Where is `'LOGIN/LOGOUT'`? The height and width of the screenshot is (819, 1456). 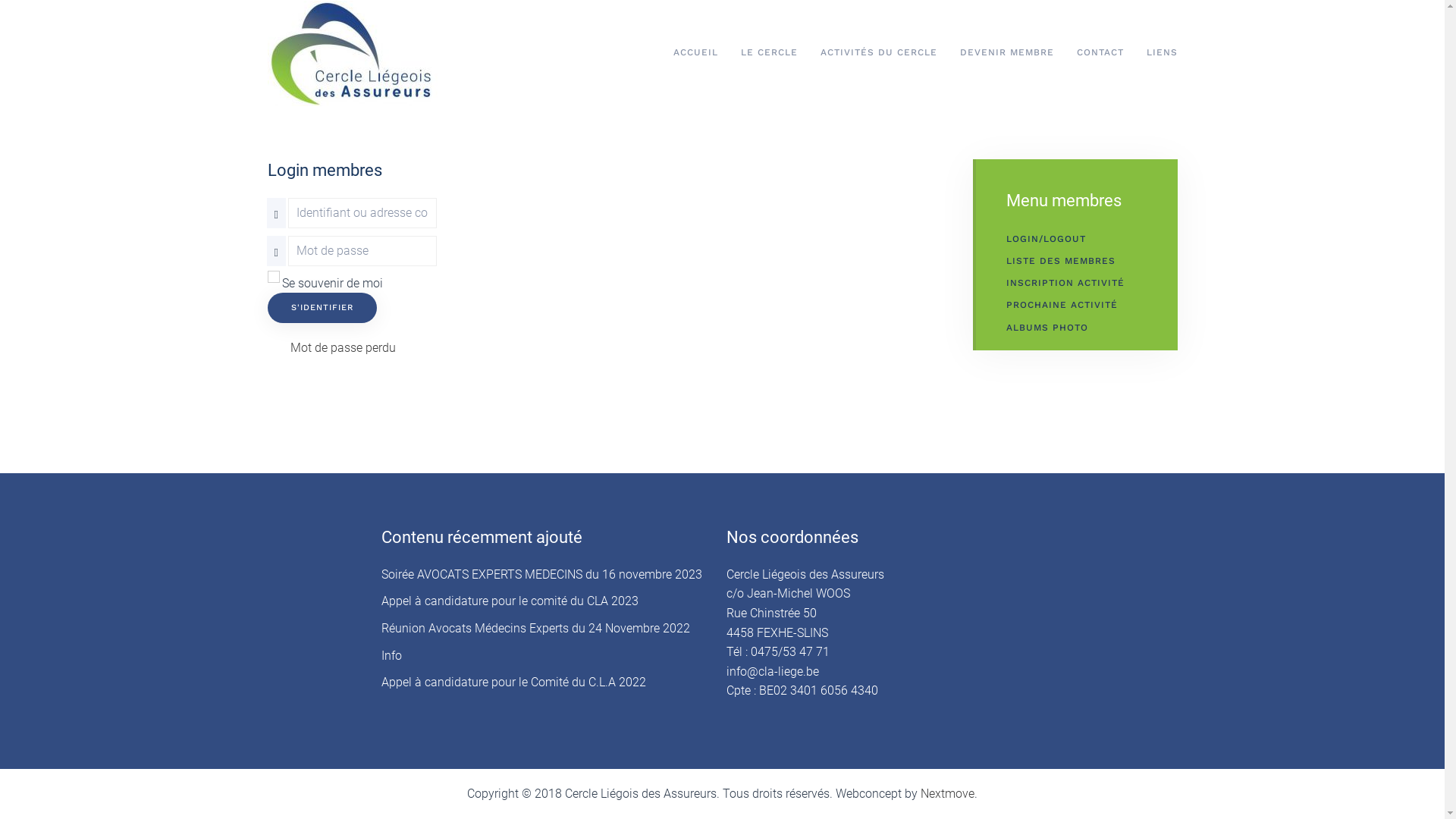
'LOGIN/LOGOUT' is located at coordinates (1075, 239).